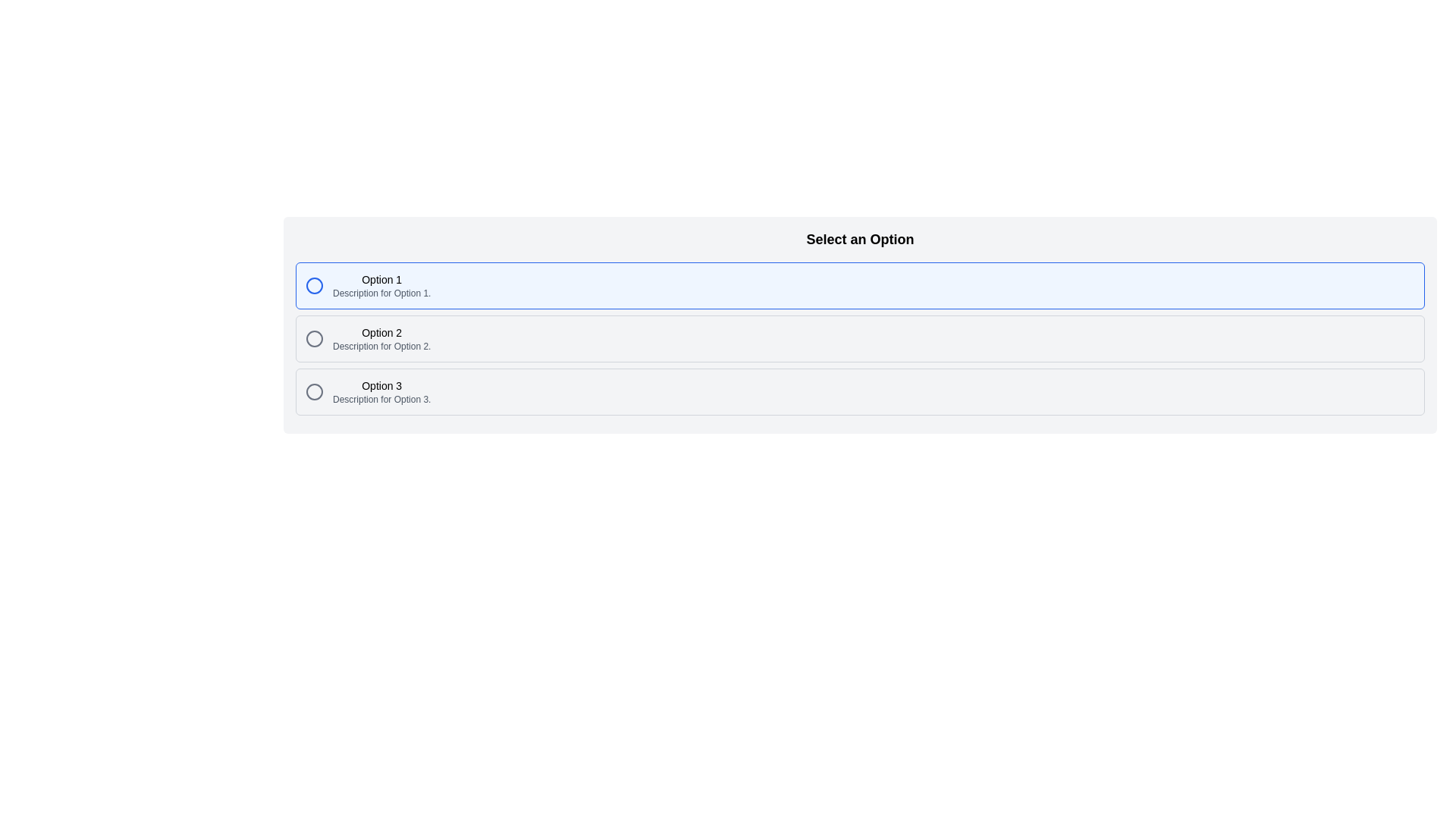  What do you see at coordinates (860, 391) in the screenshot?
I see `the third radio button labeled 'Option 3' in the selection group` at bounding box center [860, 391].